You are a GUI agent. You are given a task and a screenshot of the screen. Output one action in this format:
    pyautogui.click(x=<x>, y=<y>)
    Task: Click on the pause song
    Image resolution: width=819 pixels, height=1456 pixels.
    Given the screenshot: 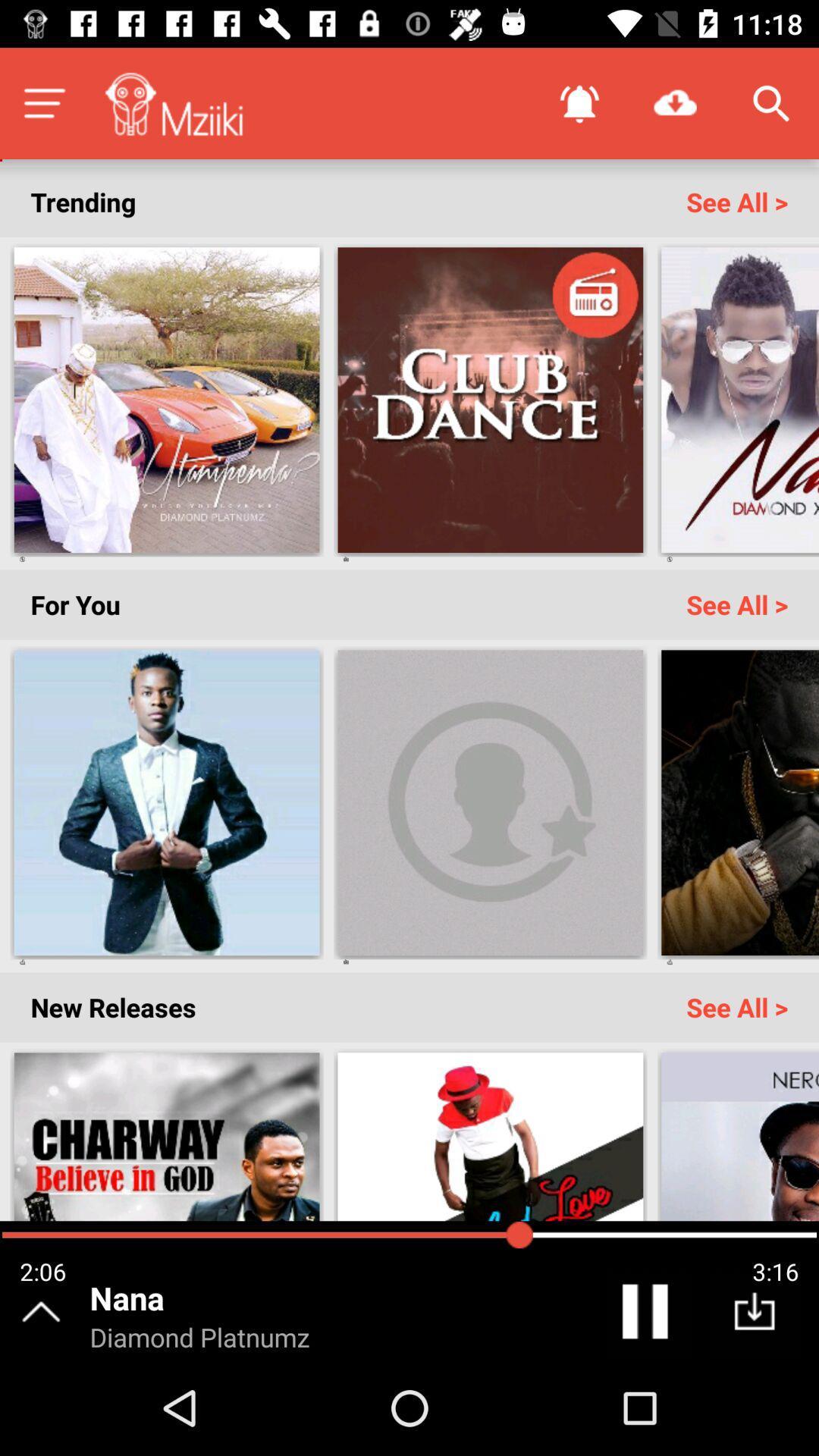 What is the action you would take?
    pyautogui.click(x=648, y=1314)
    